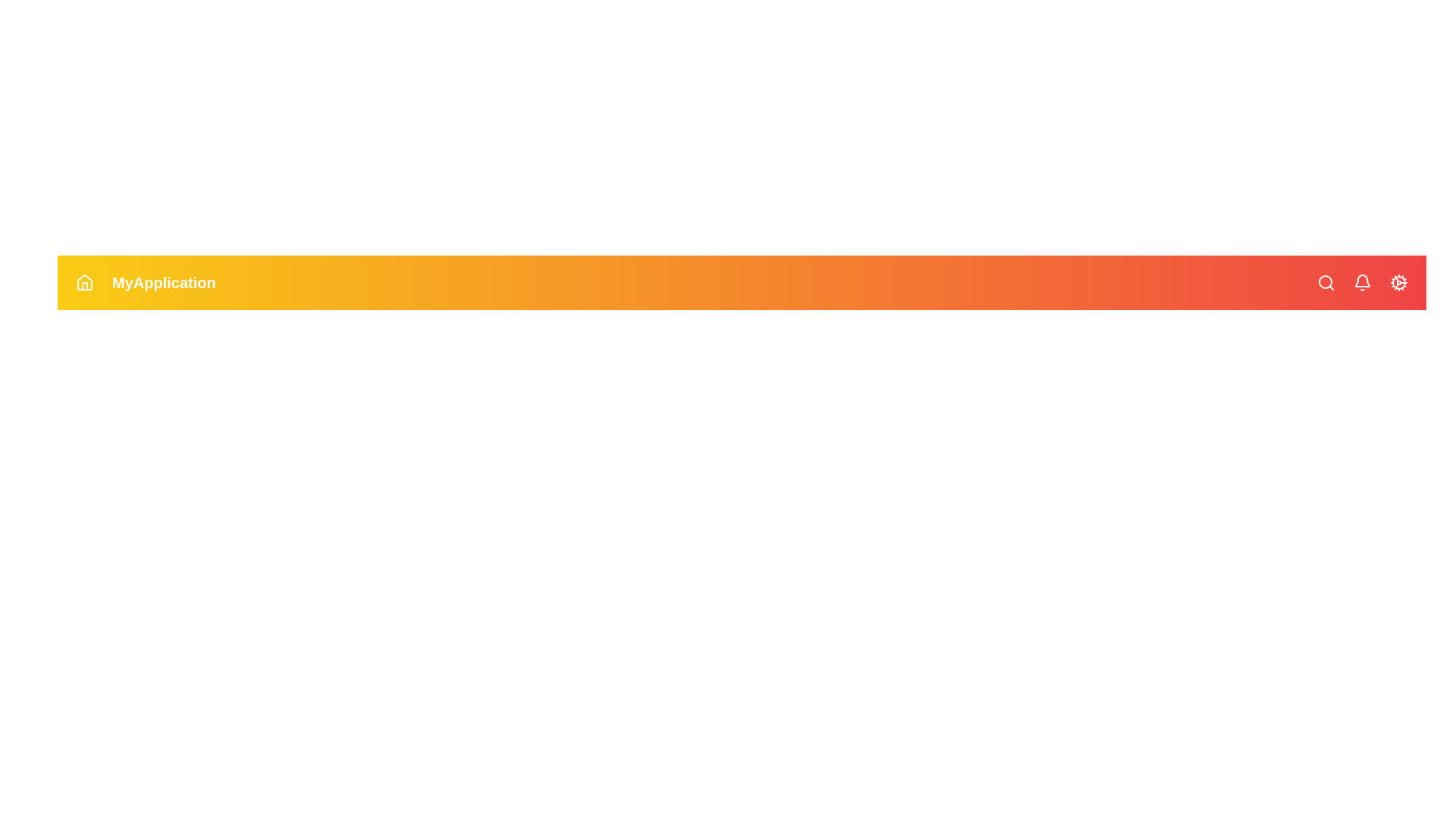 The height and width of the screenshot is (819, 1456). What do you see at coordinates (1362, 283) in the screenshot?
I see `the notification button, which is a rounded square with a bell icon, located as the third icon in the navigation bar, between the search icon and settings cogwheel` at bounding box center [1362, 283].